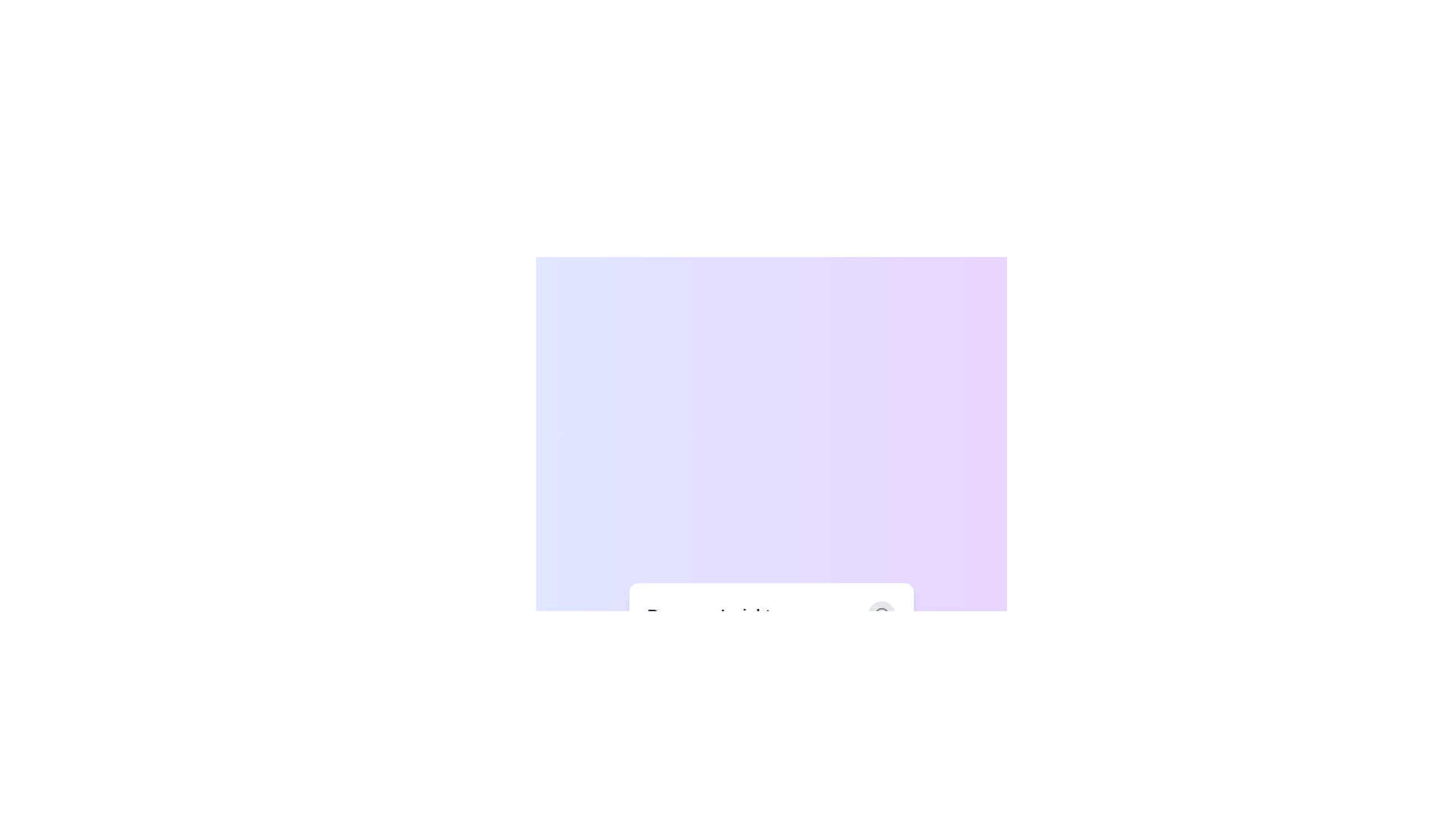 This screenshot has height=819, width=1456. I want to click on the information Icon button located in the top right corner of the white bottom card, so click(882, 614).